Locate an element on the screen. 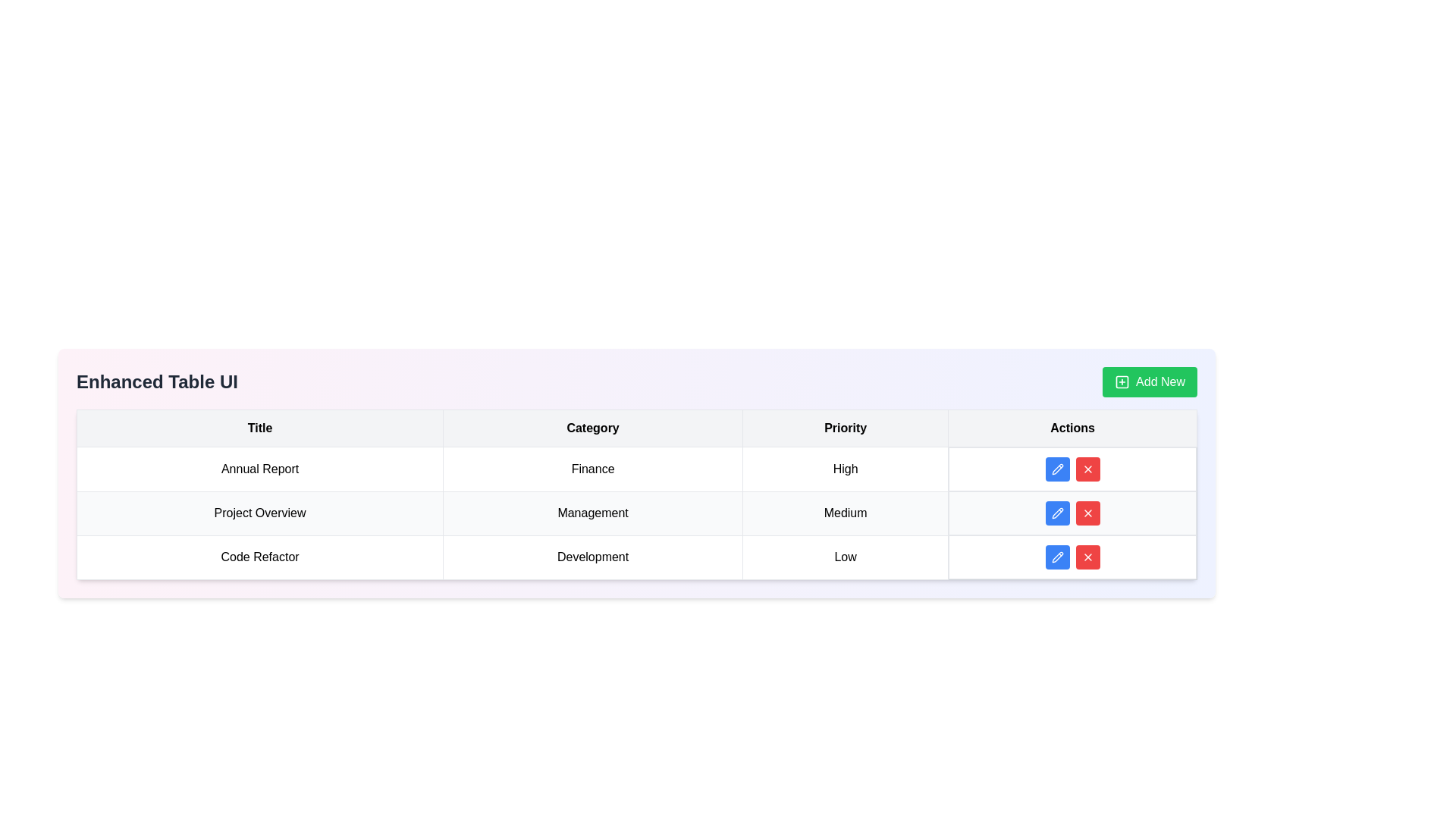 This screenshot has width=1456, height=819. text 'Title' from the first Table Header Cell with a light gray background and bolded text, located at the top of the tabular structure is located at coordinates (260, 428).